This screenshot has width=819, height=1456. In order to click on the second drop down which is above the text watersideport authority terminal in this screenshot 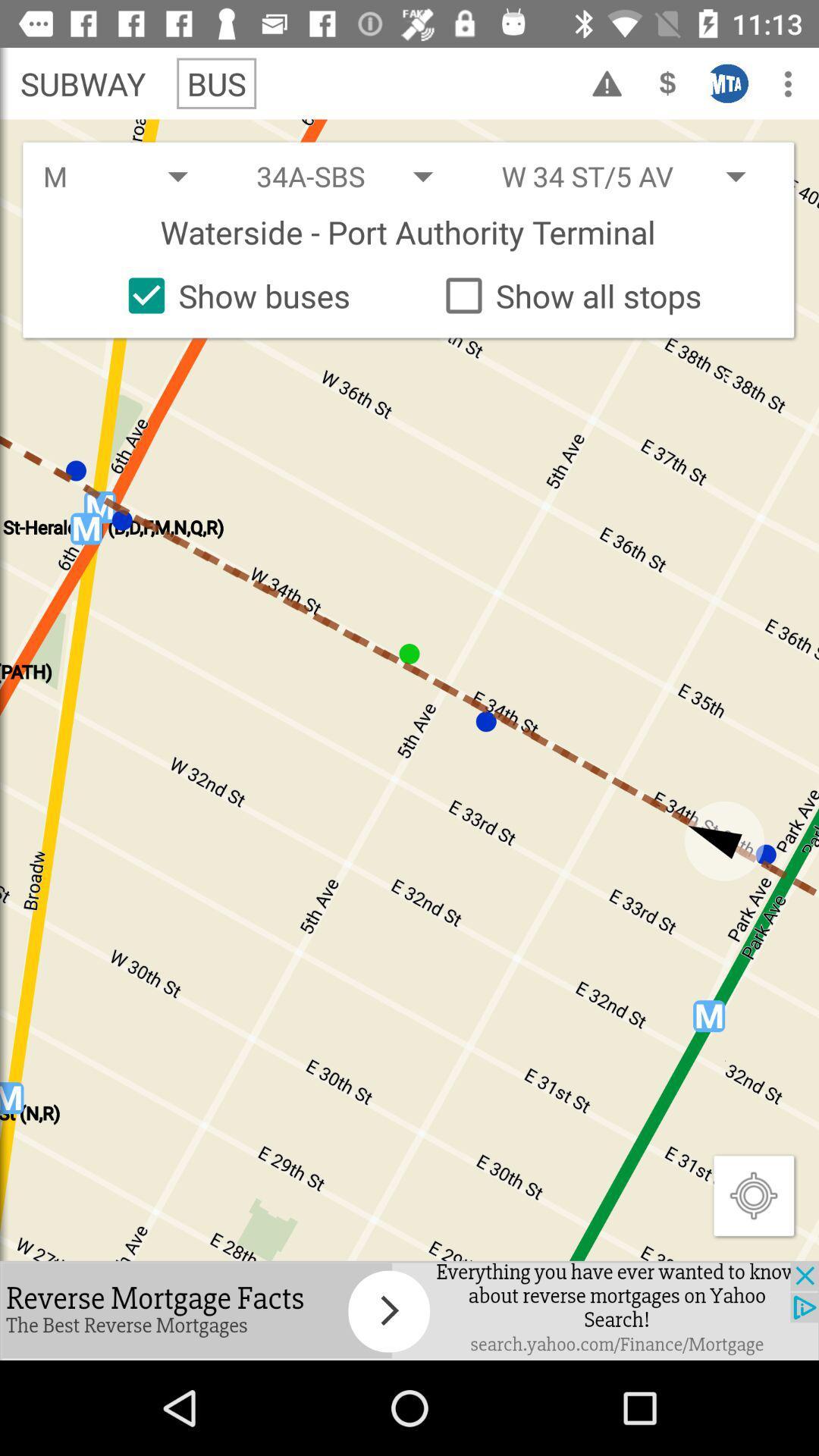, I will do `click(637, 176)`.